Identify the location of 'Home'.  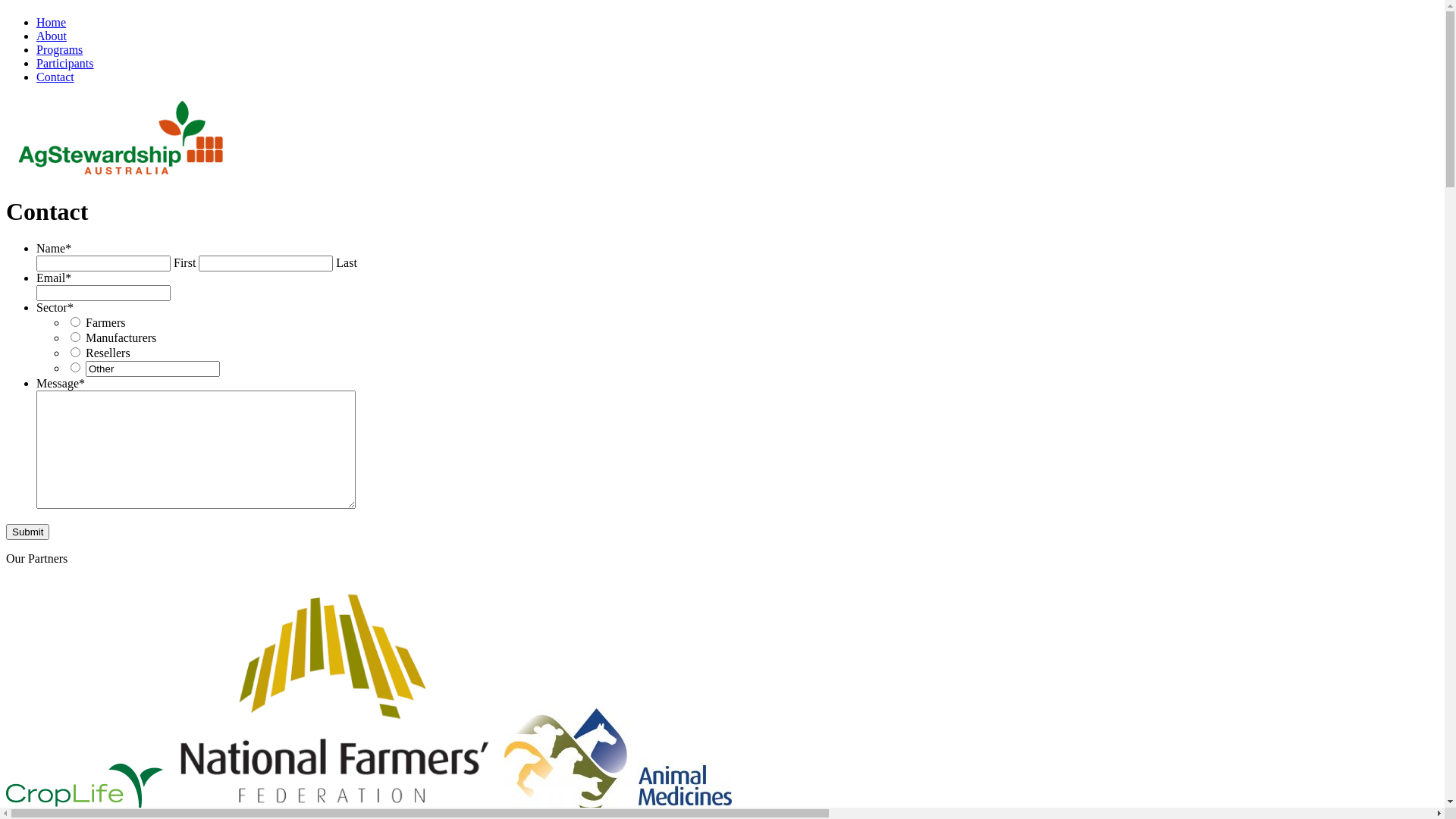
(51, 22).